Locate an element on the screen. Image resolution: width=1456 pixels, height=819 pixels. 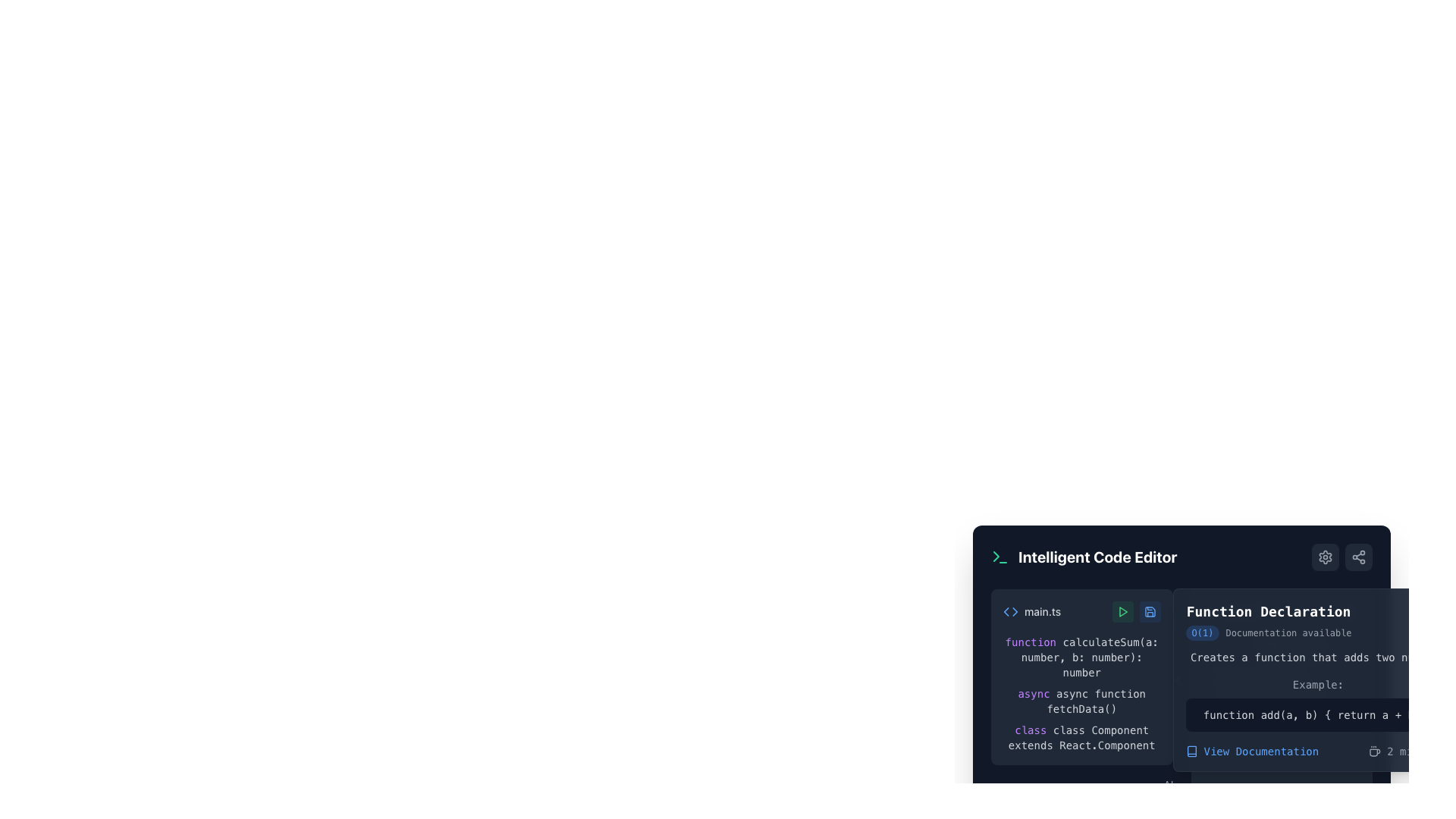
the left chevron icon of the dual-chevron graphical element for navigation purposes is located at coordinates (1006, 610).